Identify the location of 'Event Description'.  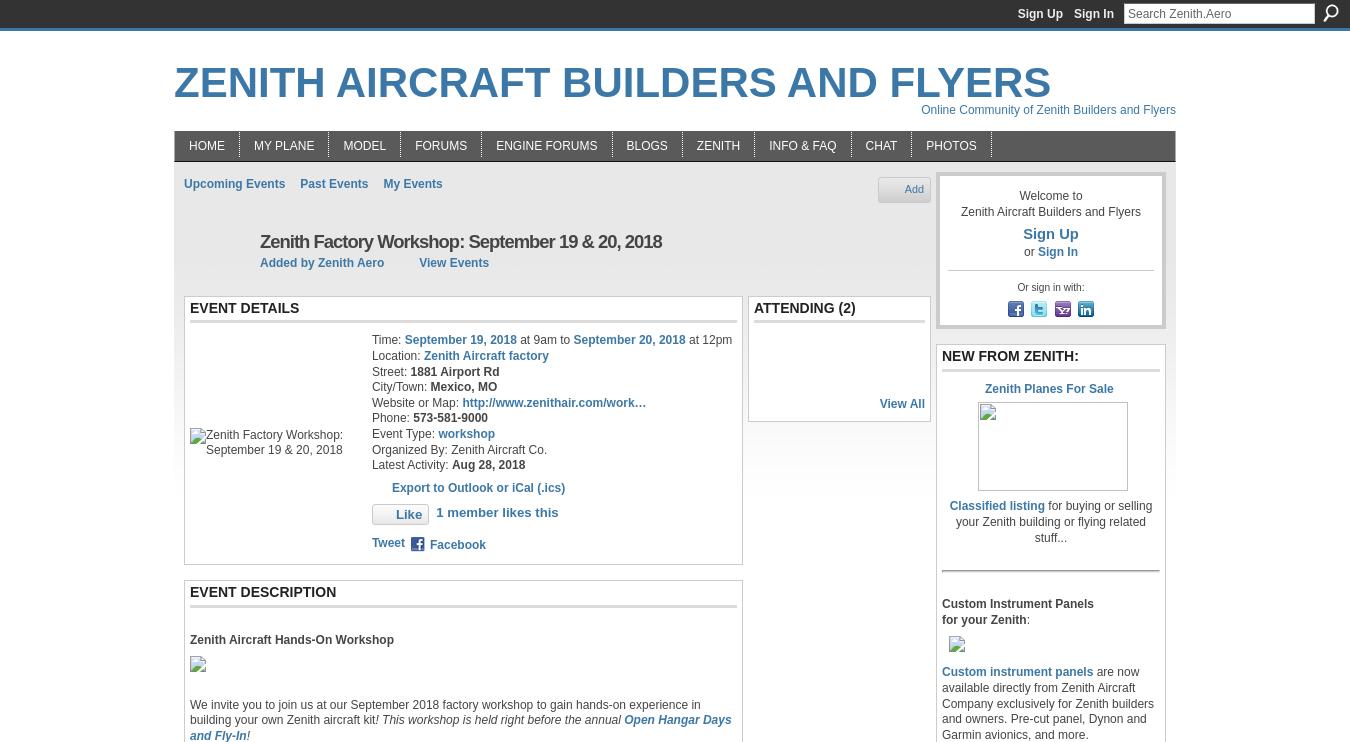
(189, 590).